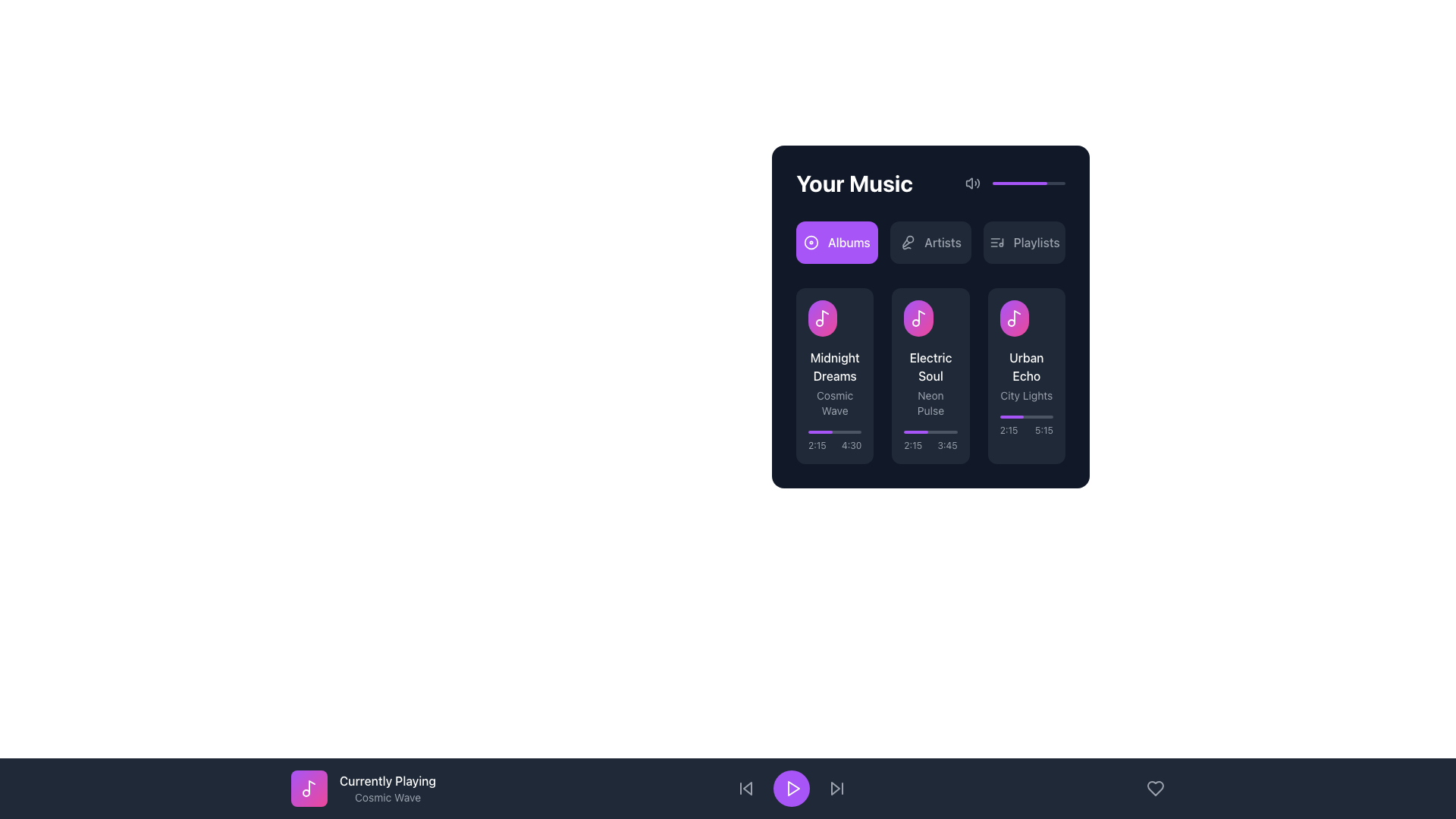 The image size is (1456, 819). Describe the element at coordinates (930, 318) in the screenshot. I see `the circular icon with a gradient fill from purple to pink, containing a white musical note symbol, located in the 'Electric Soul' music card for details or options` at that location.